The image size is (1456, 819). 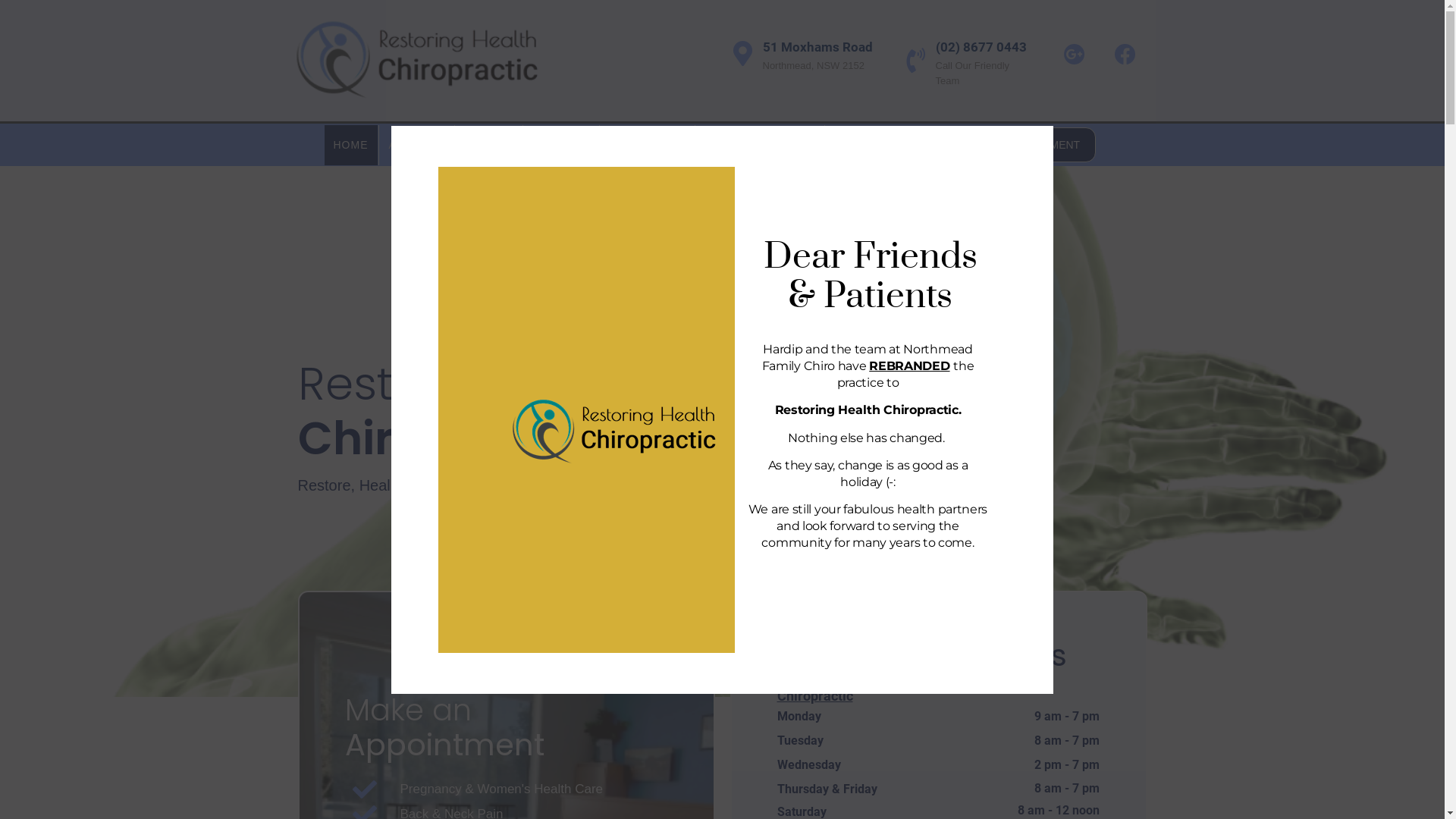 I want to click on '(02) 8677 0443', so click(x=981, y=45).